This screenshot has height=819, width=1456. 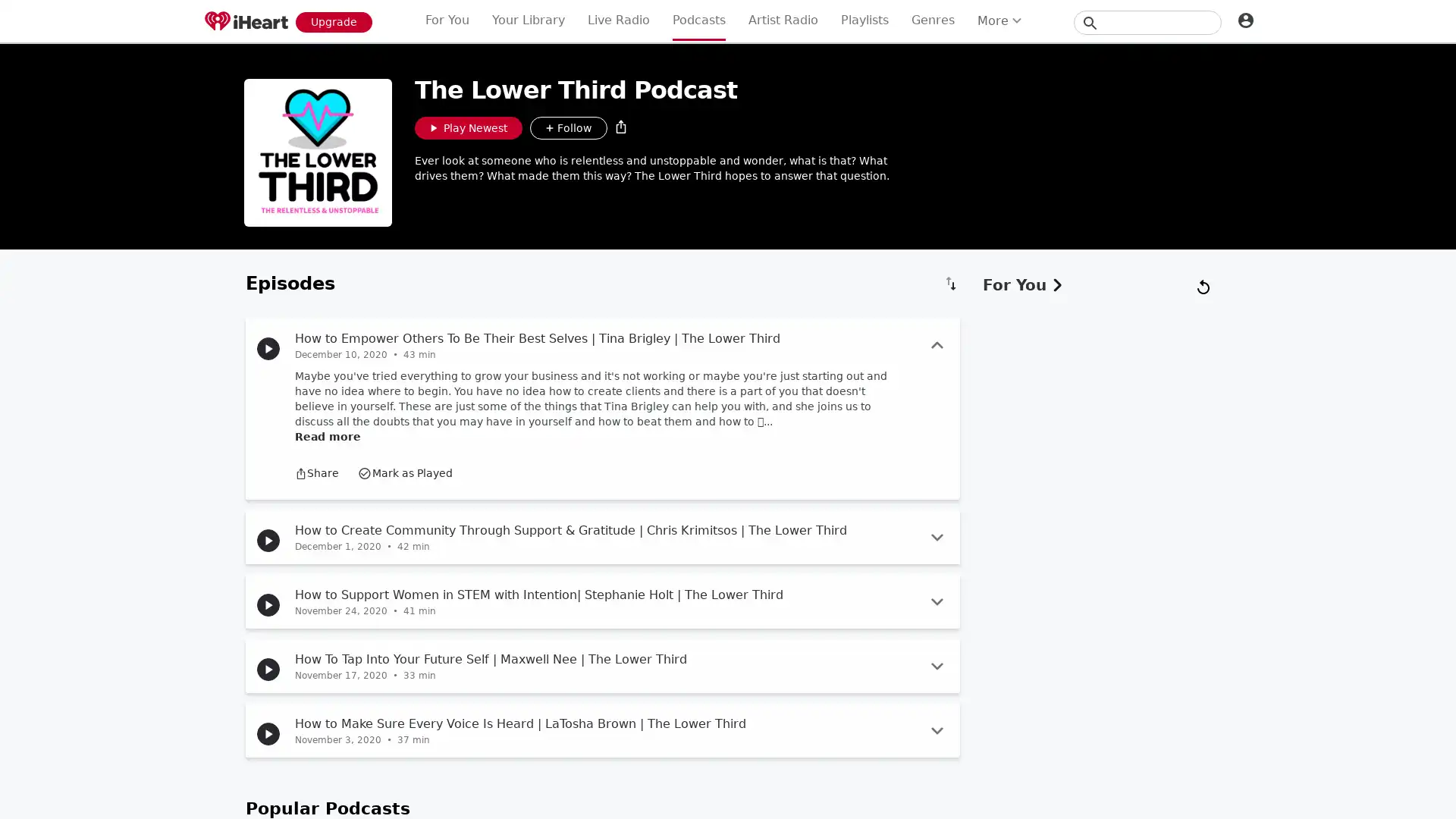 I want to click on Read more, so click(x=327, y=722).